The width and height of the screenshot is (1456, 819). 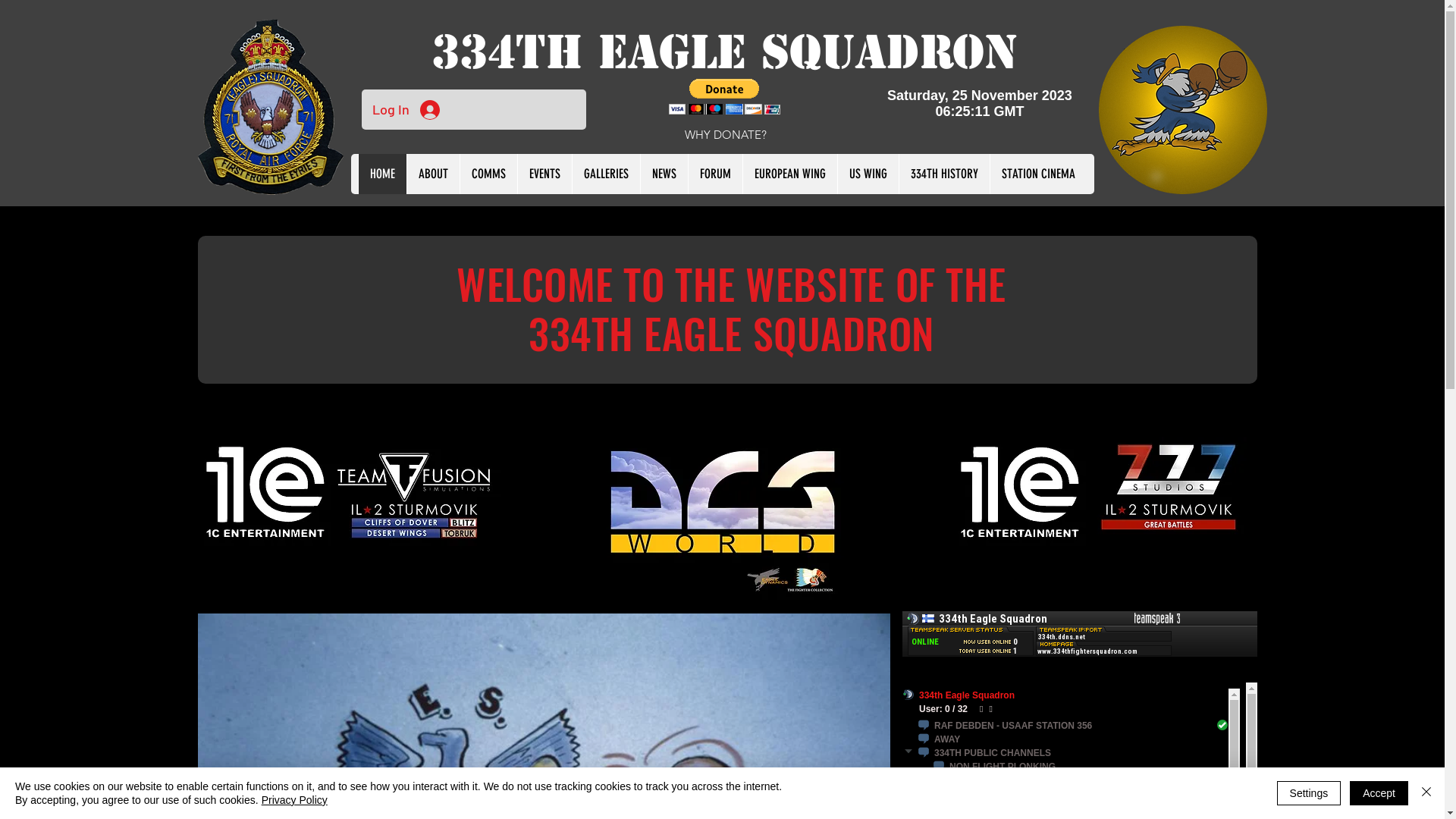 What do you see at coordinates (714, 173) in the screenshot?
I see `'FORUM'` at bounding box center [714, 173].